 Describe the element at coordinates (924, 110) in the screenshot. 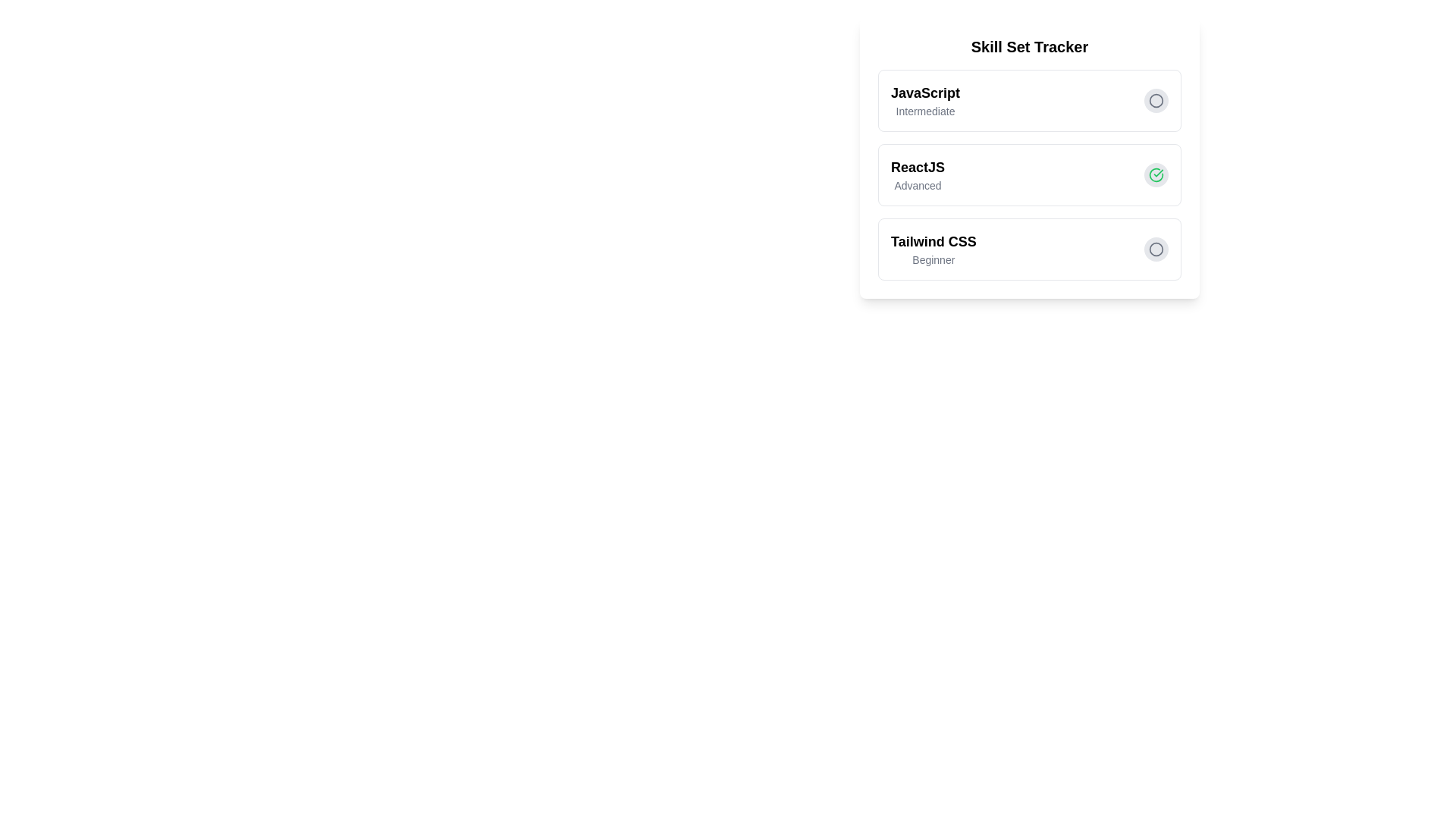

I see `the text label indicating the proficiency level ('Intermediate') of the skill 'JavaScript', which is positioned below the 'JavaScript' text in the skill set tracker` at that location.